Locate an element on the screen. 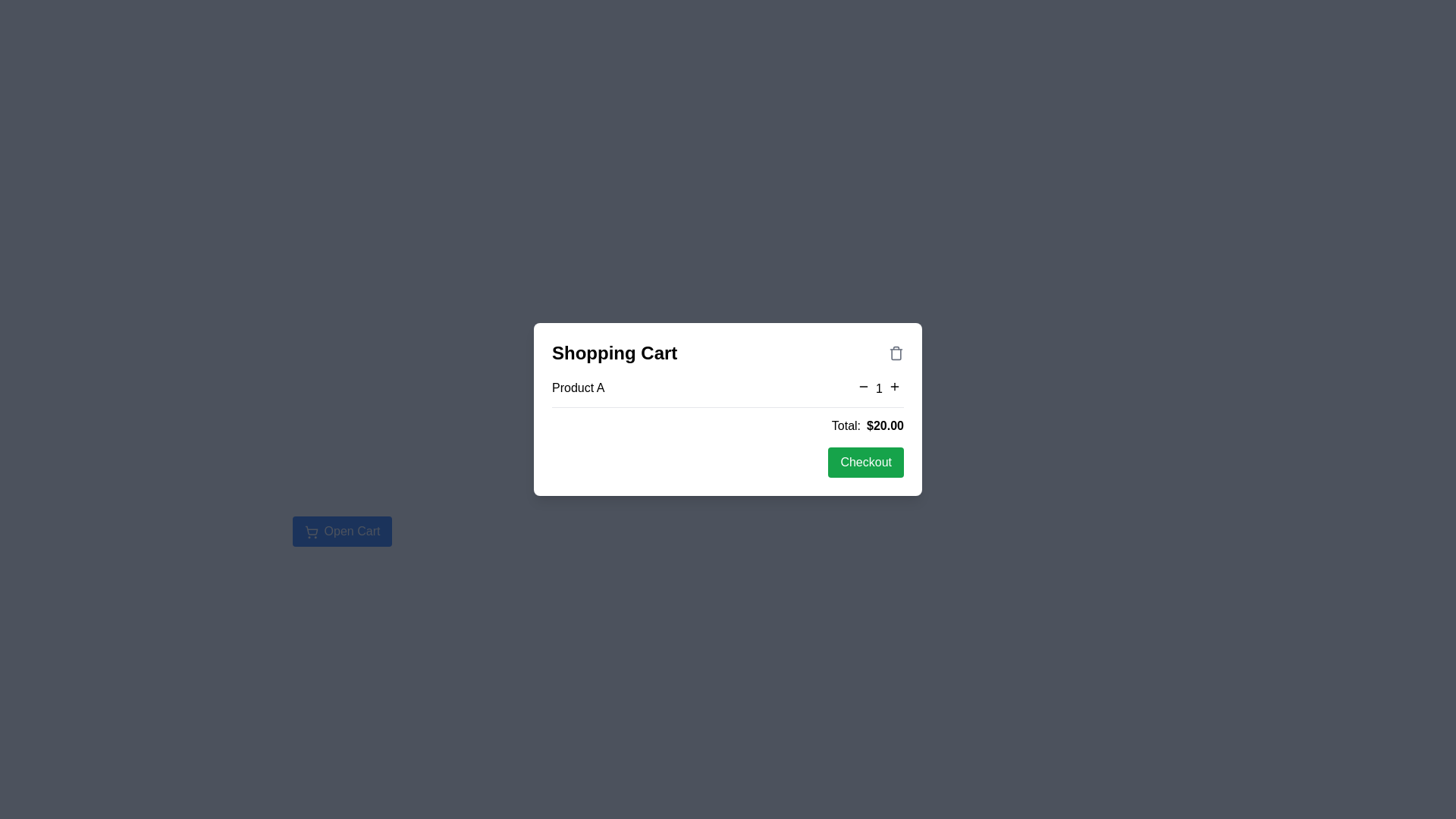 This screenshot has height=819, width=1456. the blue button labeled 'Open Cart' which contains the shopping cart icon on its left side is located at coordinates (310, 531).